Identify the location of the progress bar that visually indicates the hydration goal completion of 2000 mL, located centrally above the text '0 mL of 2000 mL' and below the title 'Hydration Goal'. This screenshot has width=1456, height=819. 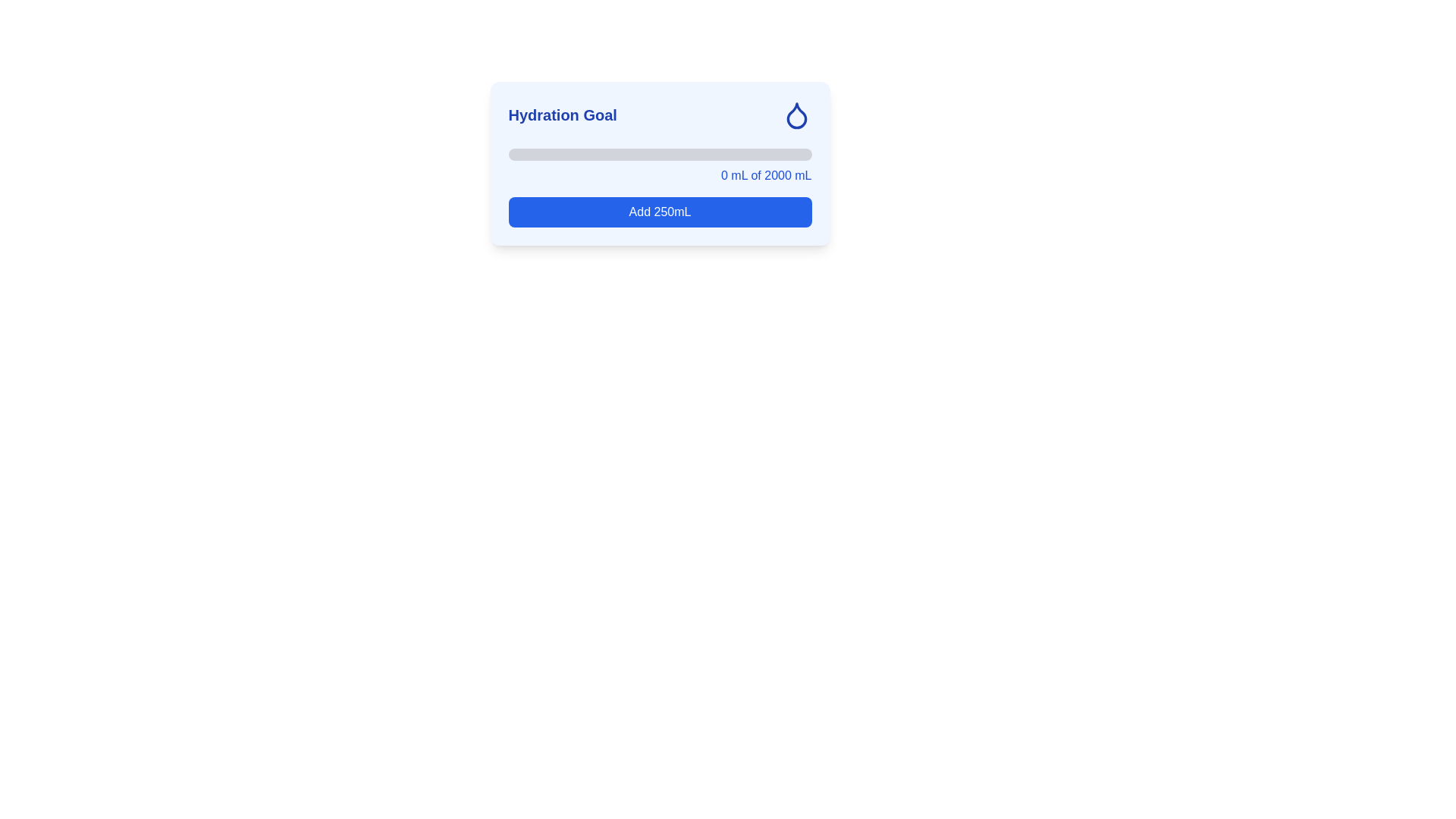
(660, 155).